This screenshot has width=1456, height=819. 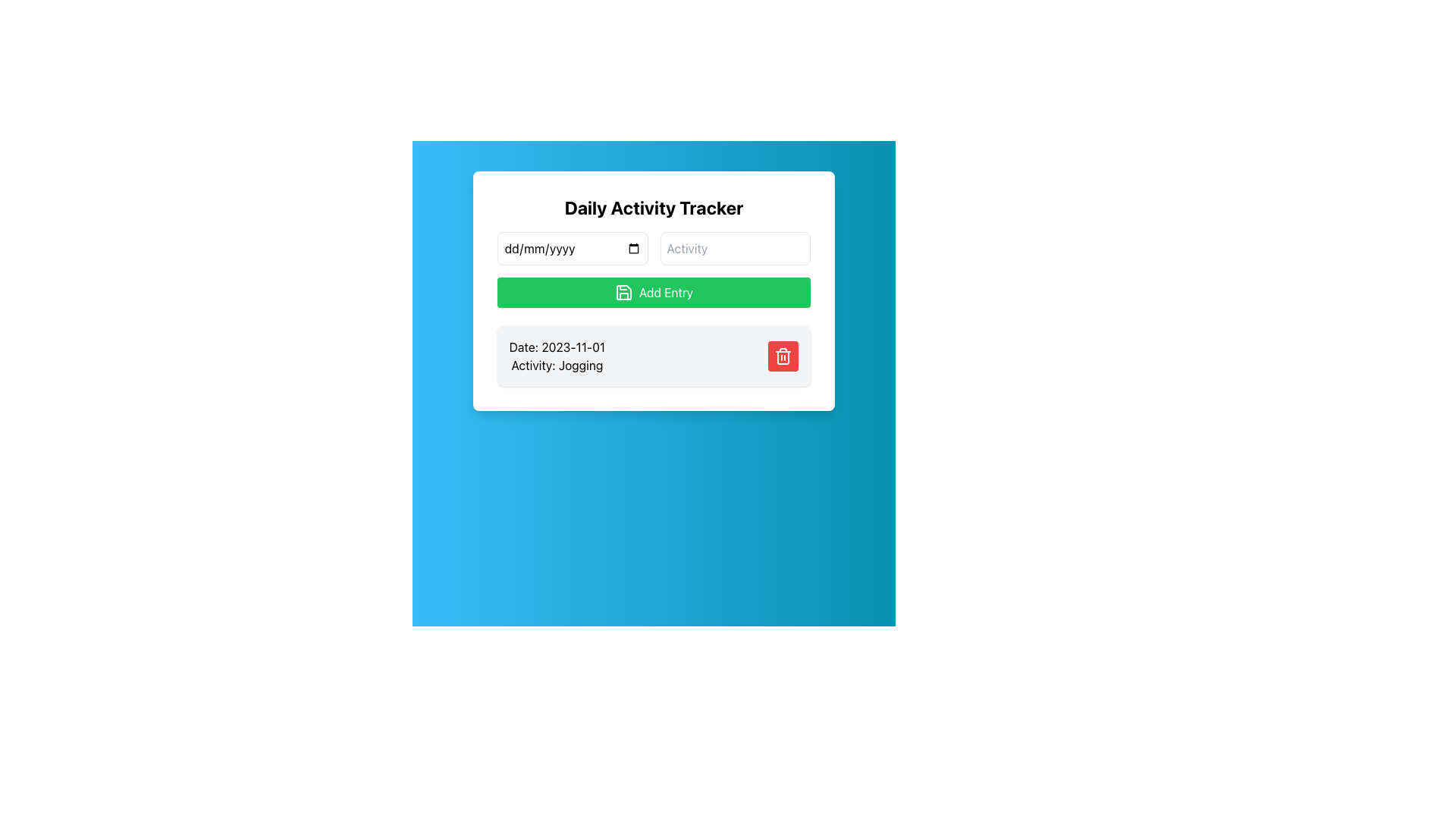 What do you see at coordinates (654, 292) in the screenshot?
I see `the green 'Add Entry' button with a save icon` at bounding box center [654, 292].